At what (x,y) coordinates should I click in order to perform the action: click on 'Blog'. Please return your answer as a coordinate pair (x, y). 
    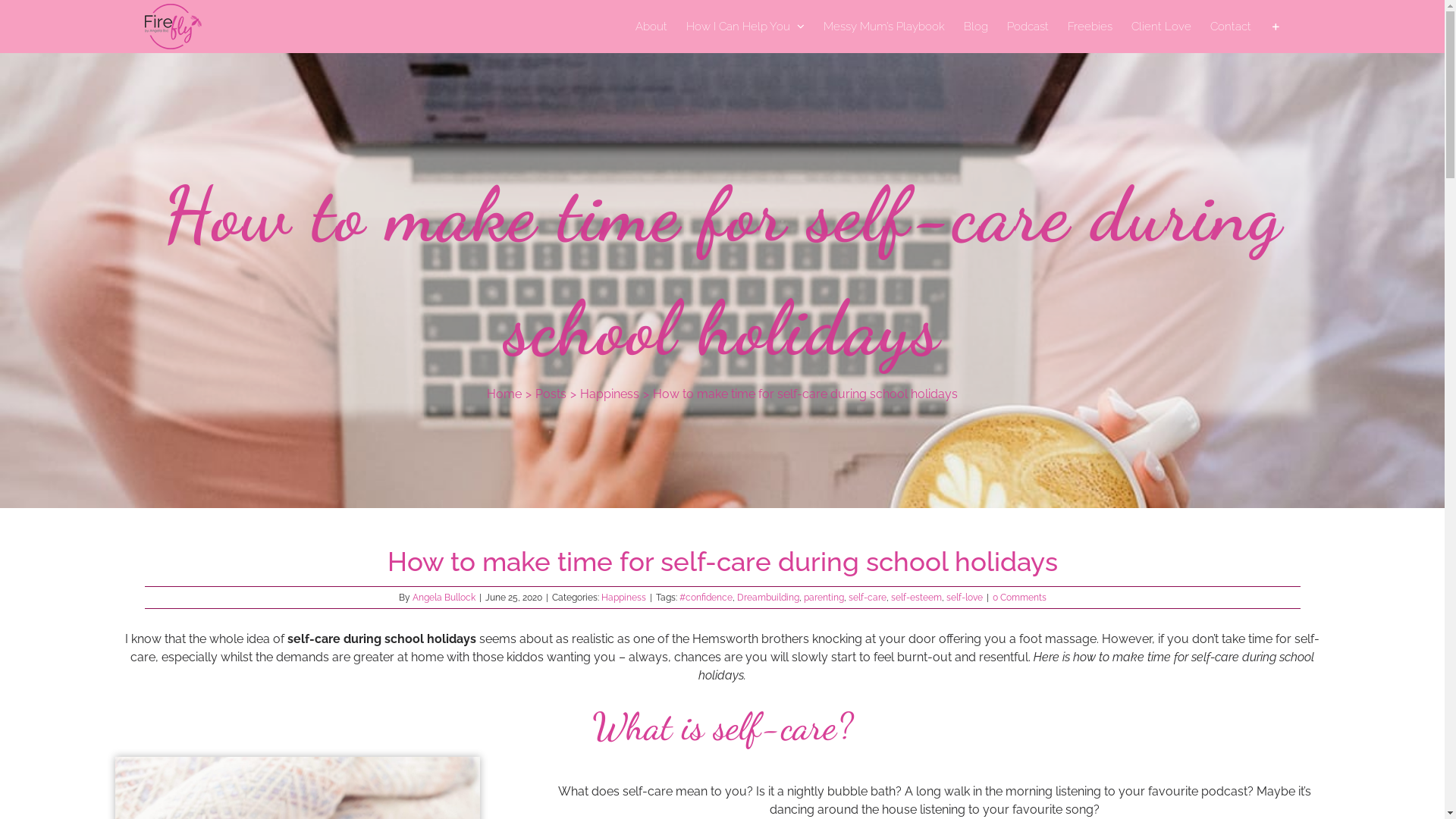
    Looking at the image, I should click on (975, 26).